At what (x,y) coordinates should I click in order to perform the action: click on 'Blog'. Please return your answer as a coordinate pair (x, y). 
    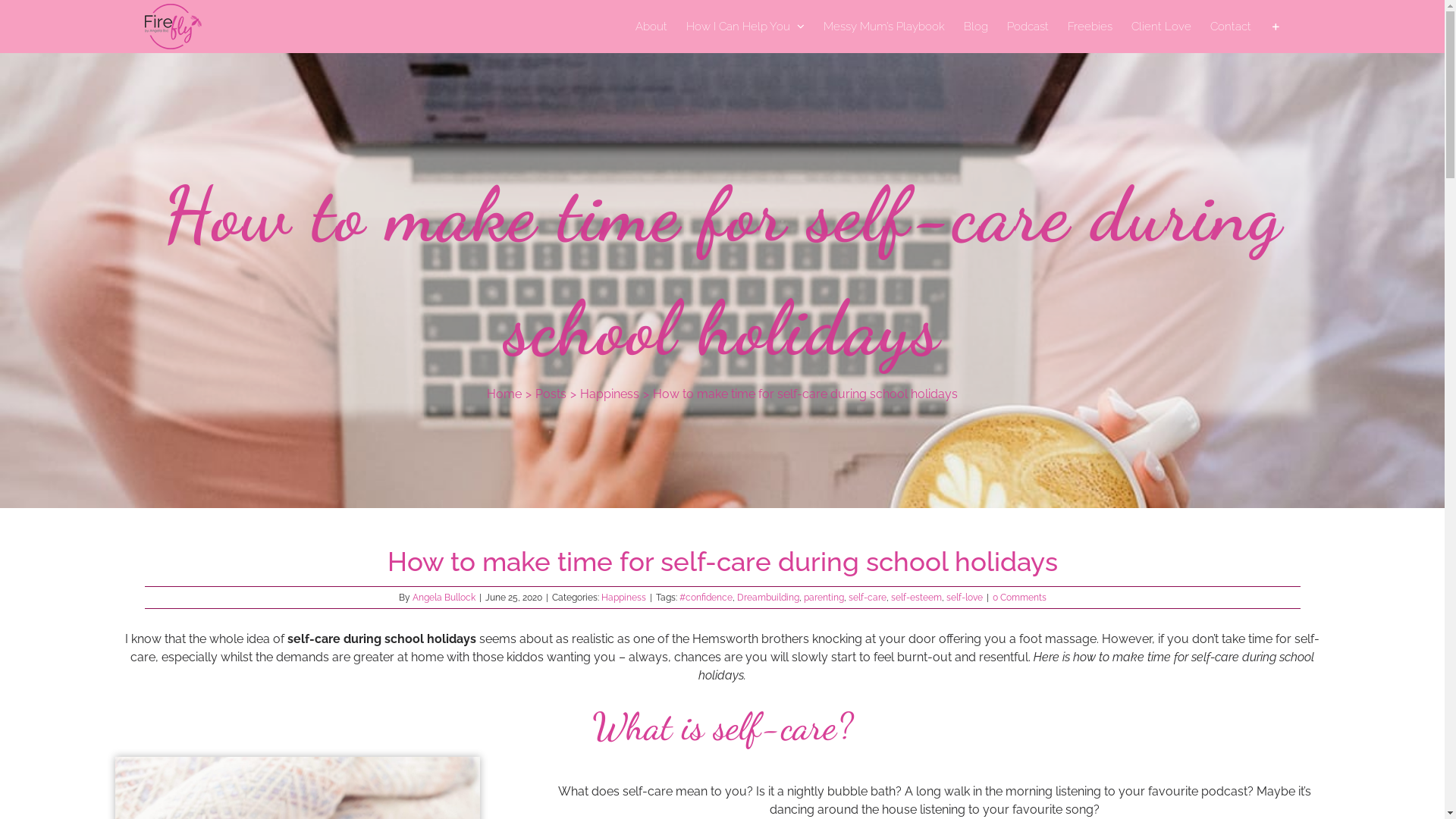
    Looking at the image, I should click on (975, 26).